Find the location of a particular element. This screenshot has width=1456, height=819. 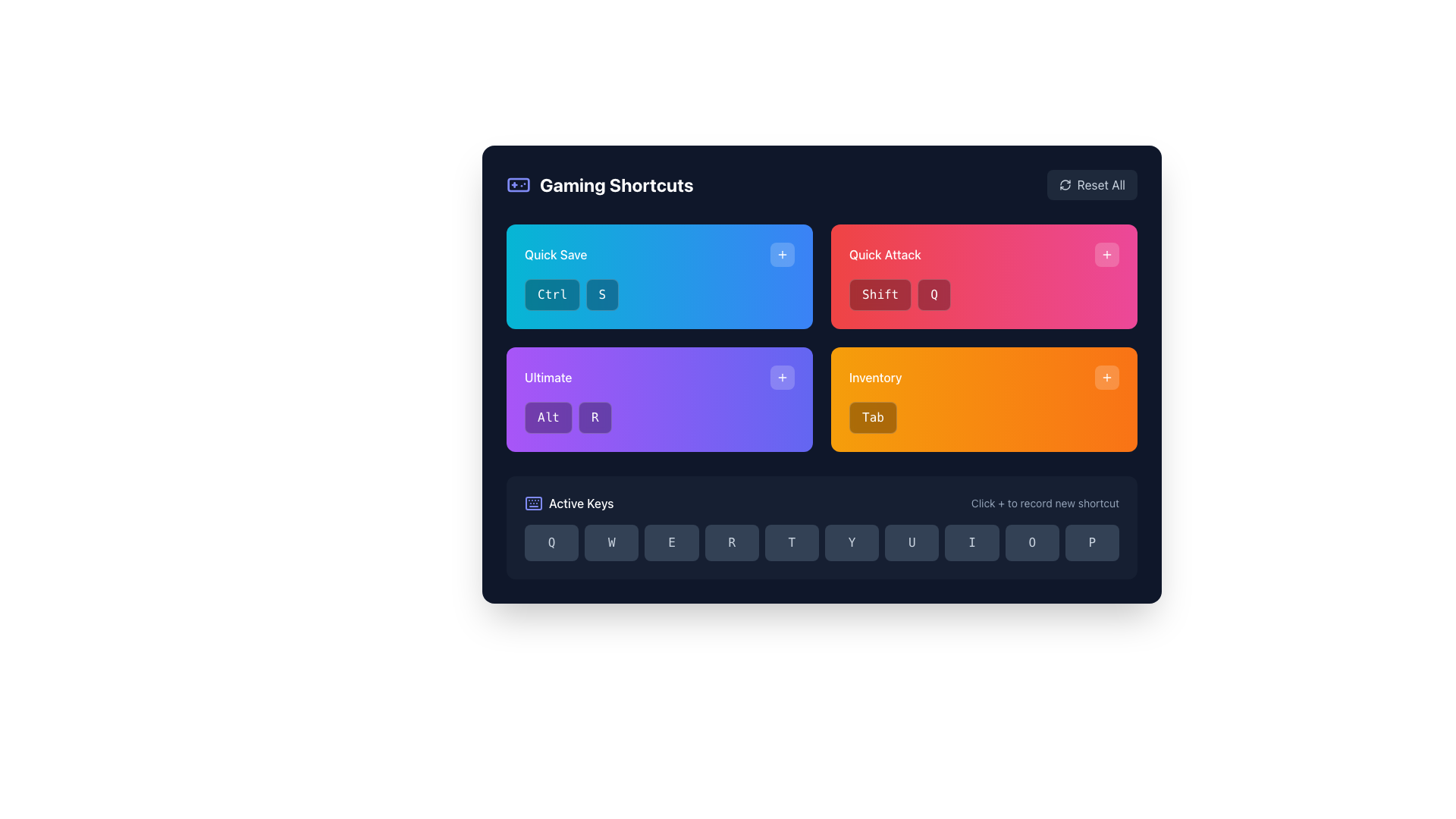

the icon located at the top-right corner of the purple section labeled 'Ultimate' is located at coordinates (783, 376).